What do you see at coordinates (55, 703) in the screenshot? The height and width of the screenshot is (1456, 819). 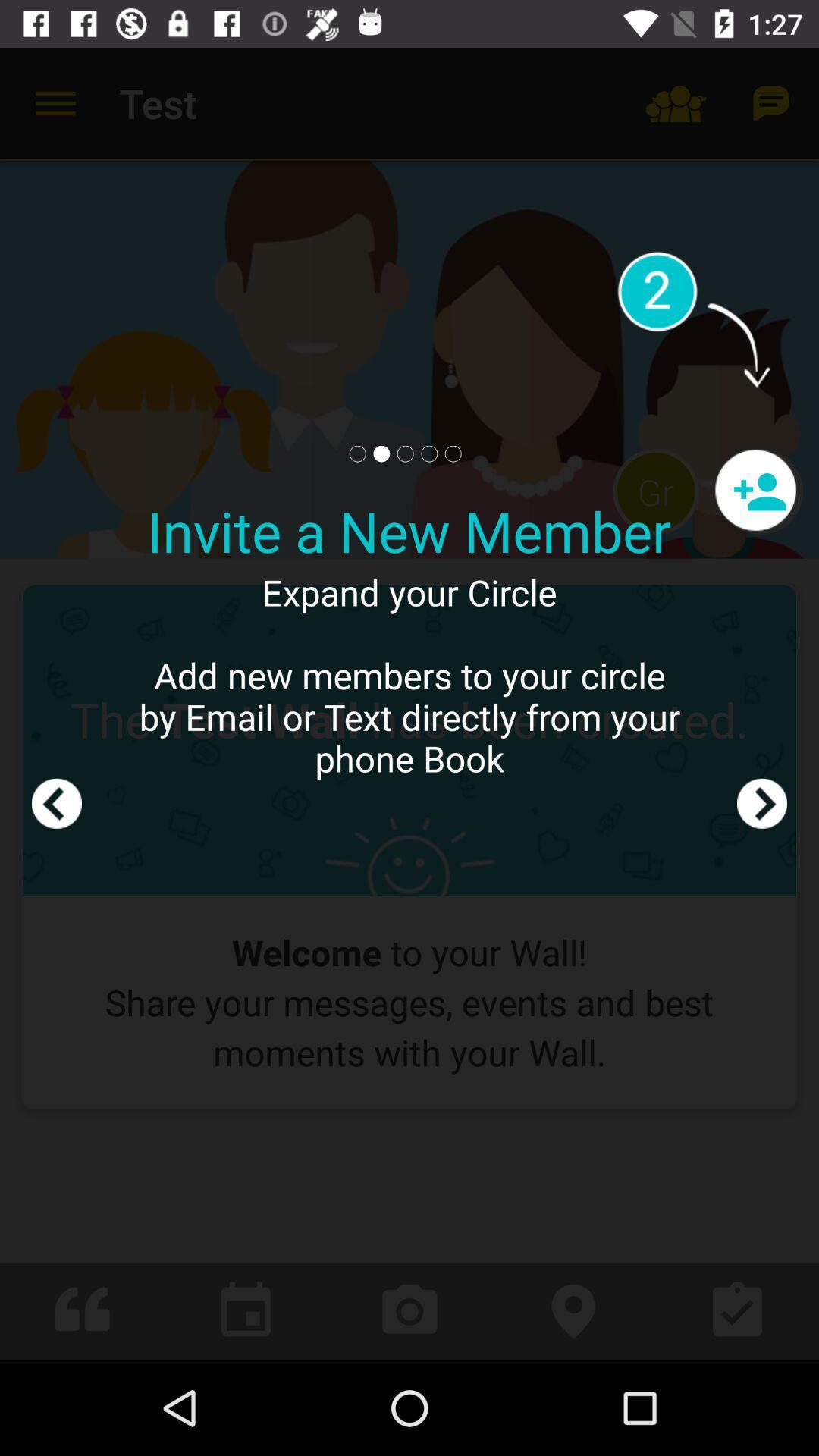 I see `item next to the expand your circle` at bounding box center [55, 703].